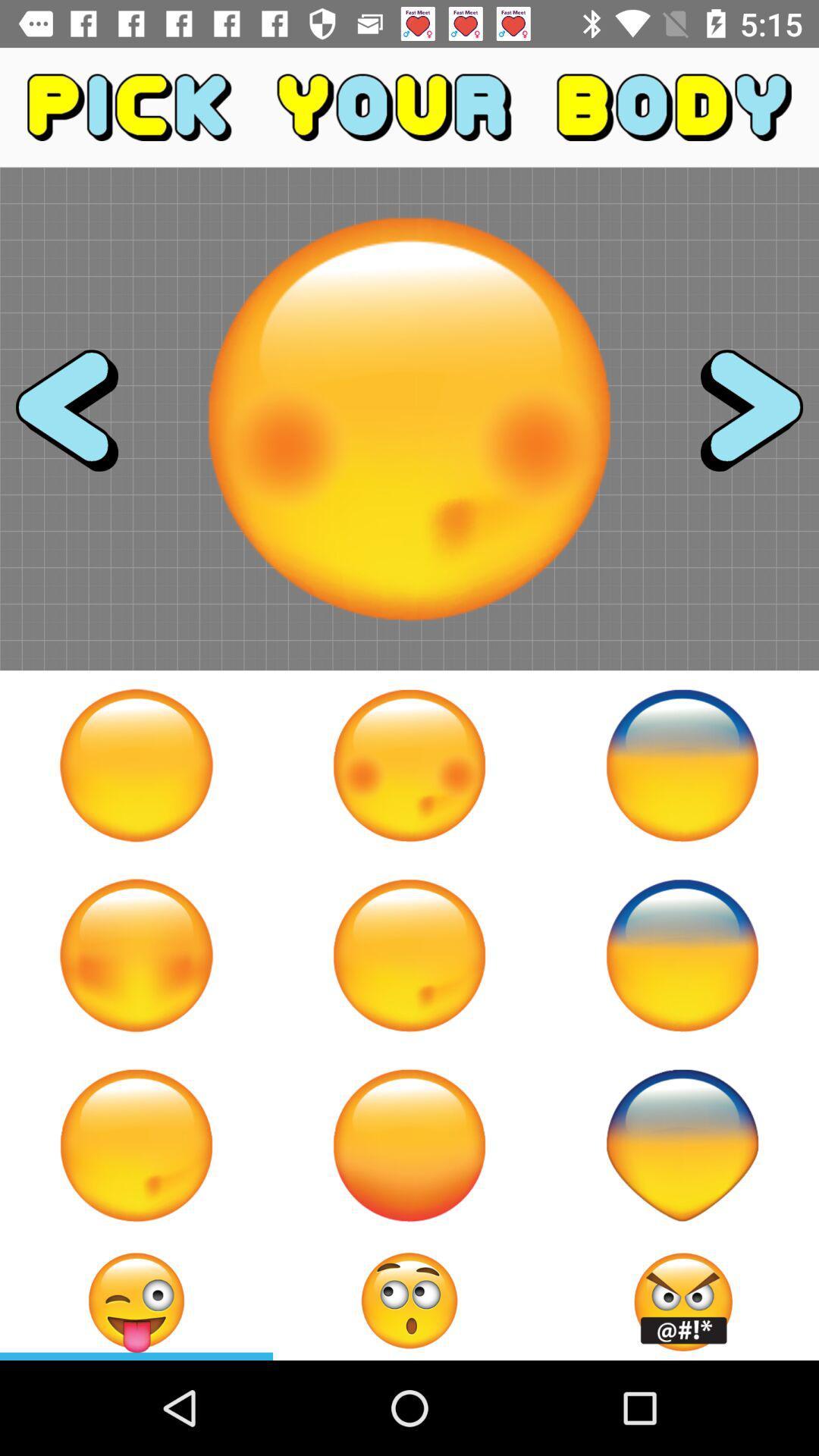 This screenshot has height=1456, width=819. Describe the element at coordinates (136, 1300) in the screenshot. I see `the emoji` at that location.